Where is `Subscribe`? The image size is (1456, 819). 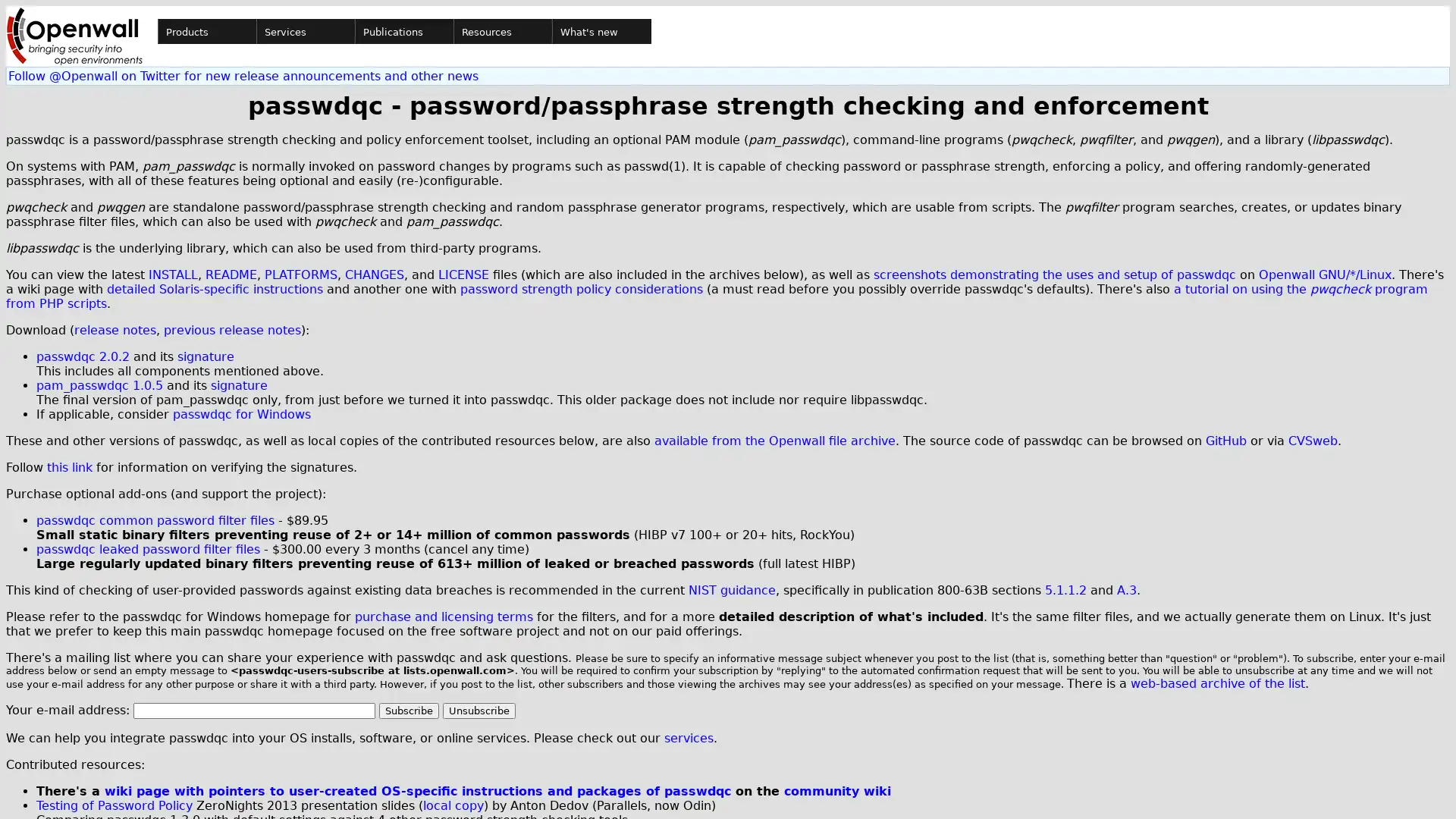 Subscribe is located at coordinates (409, 711).